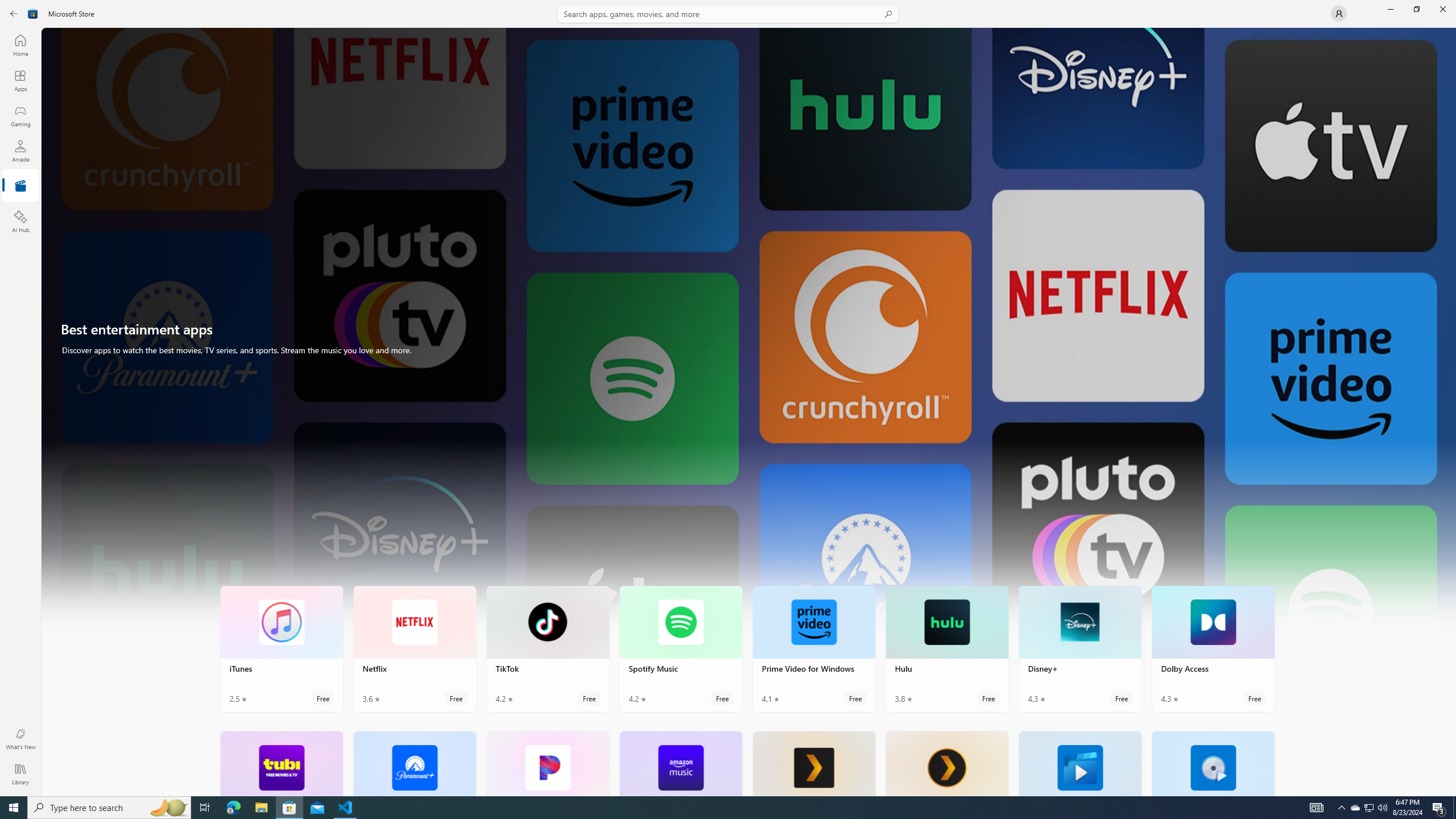 This screenshot has height=819, width=1456. Describe the element at coordinates (19, 115) in the screenshot. I see `'Gaming'` at that location.